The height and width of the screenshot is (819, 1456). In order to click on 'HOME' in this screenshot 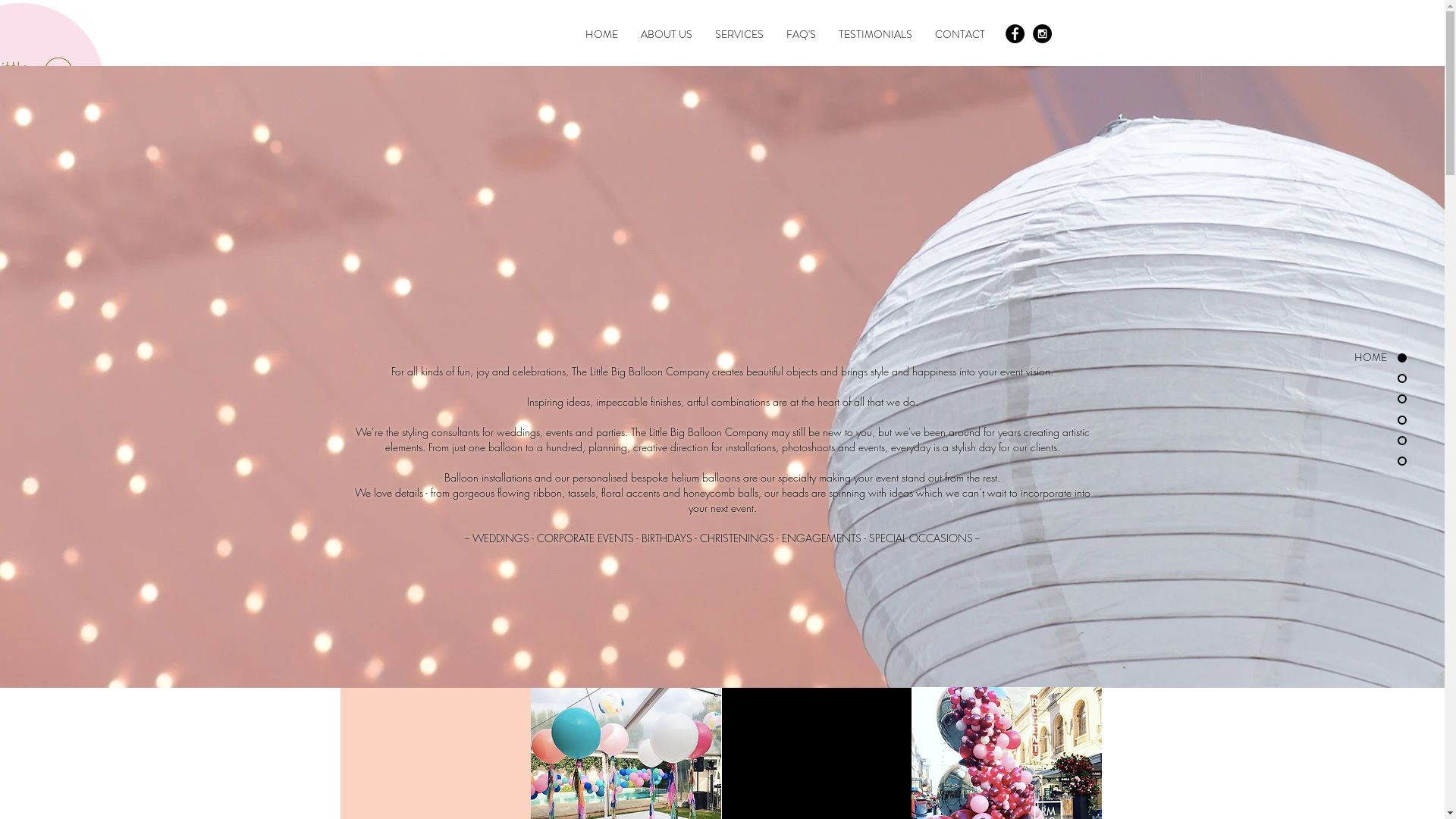, I will do `click(1323, 357)`.